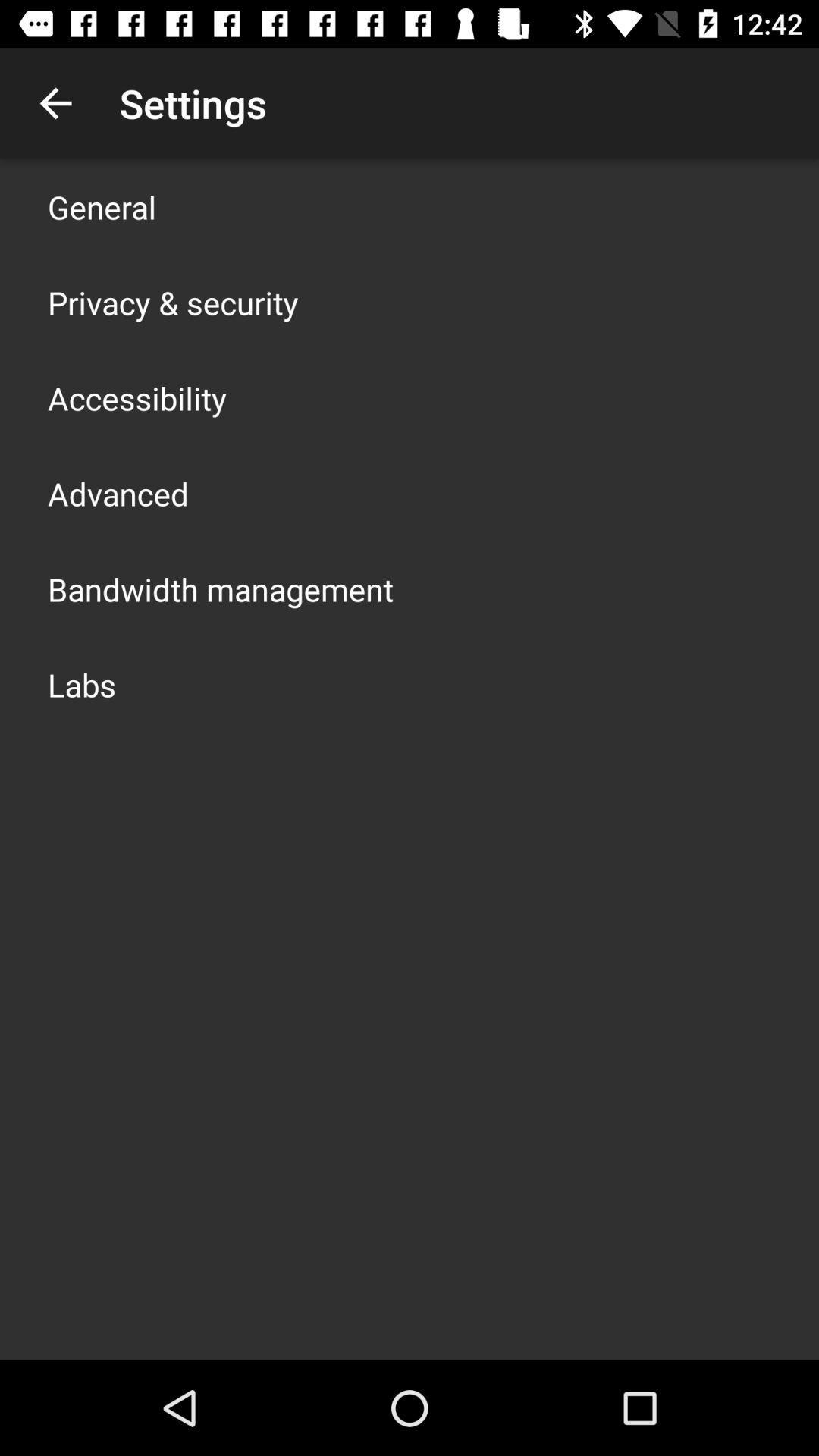 The height and width of the screenshot is (1456, 819). I want to click on the advanced app, so click(117, 494).